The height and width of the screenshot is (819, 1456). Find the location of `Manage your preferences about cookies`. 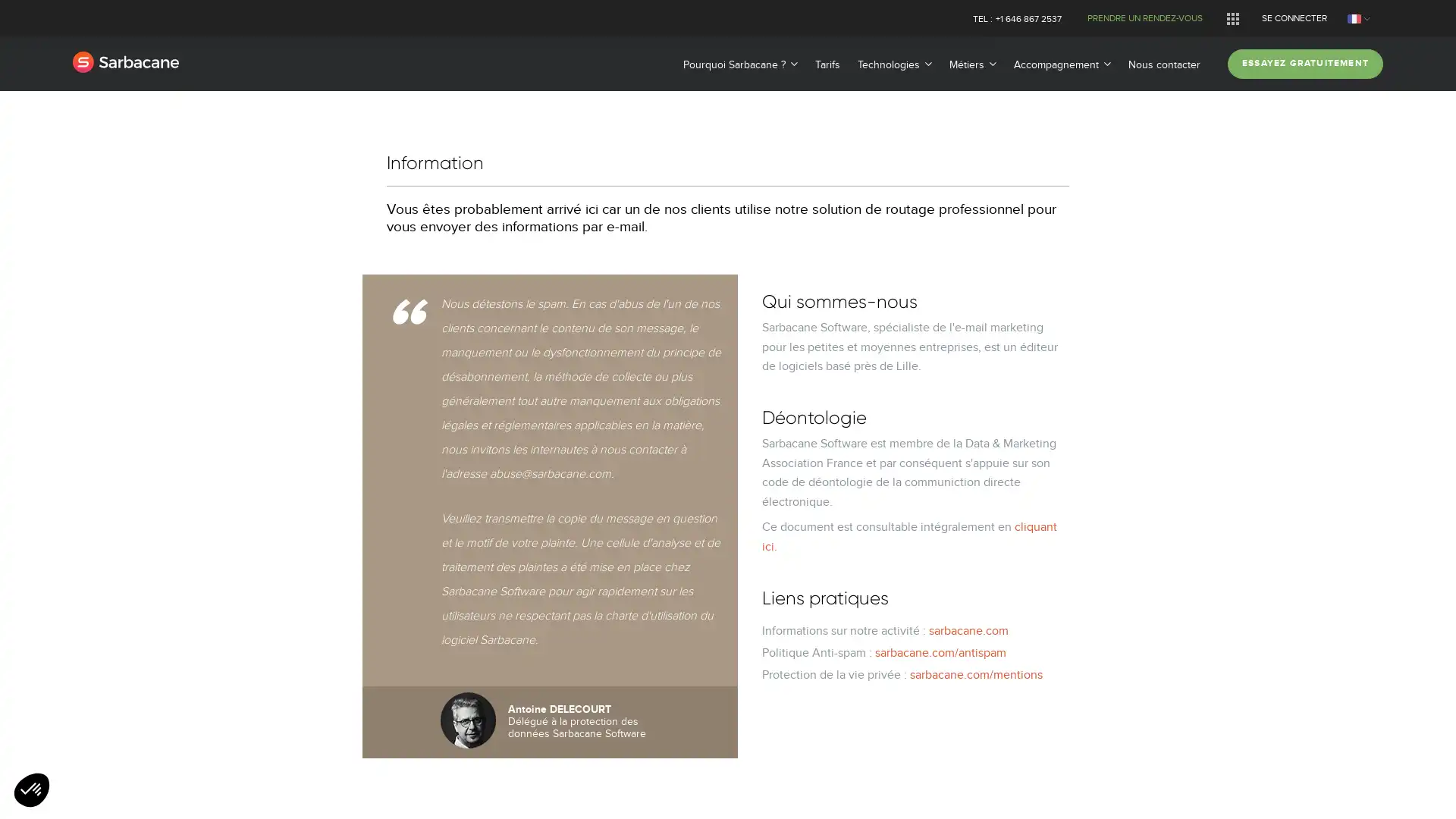

Manage your preferences about cookies is located at coordinates (32, 790).